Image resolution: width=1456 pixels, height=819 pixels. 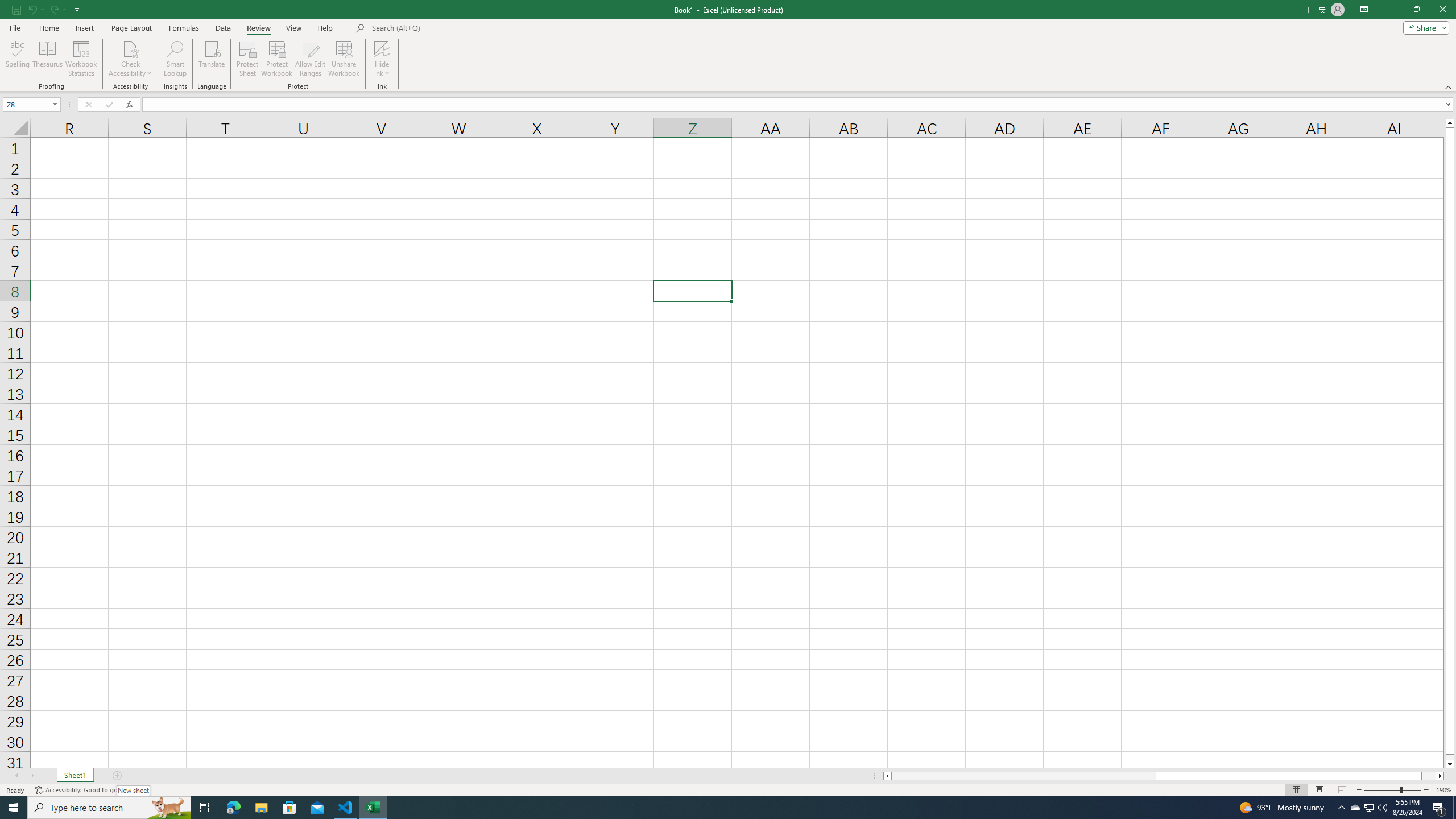 I want to click on 'Smart Lookup', so click(x=175, y=59).